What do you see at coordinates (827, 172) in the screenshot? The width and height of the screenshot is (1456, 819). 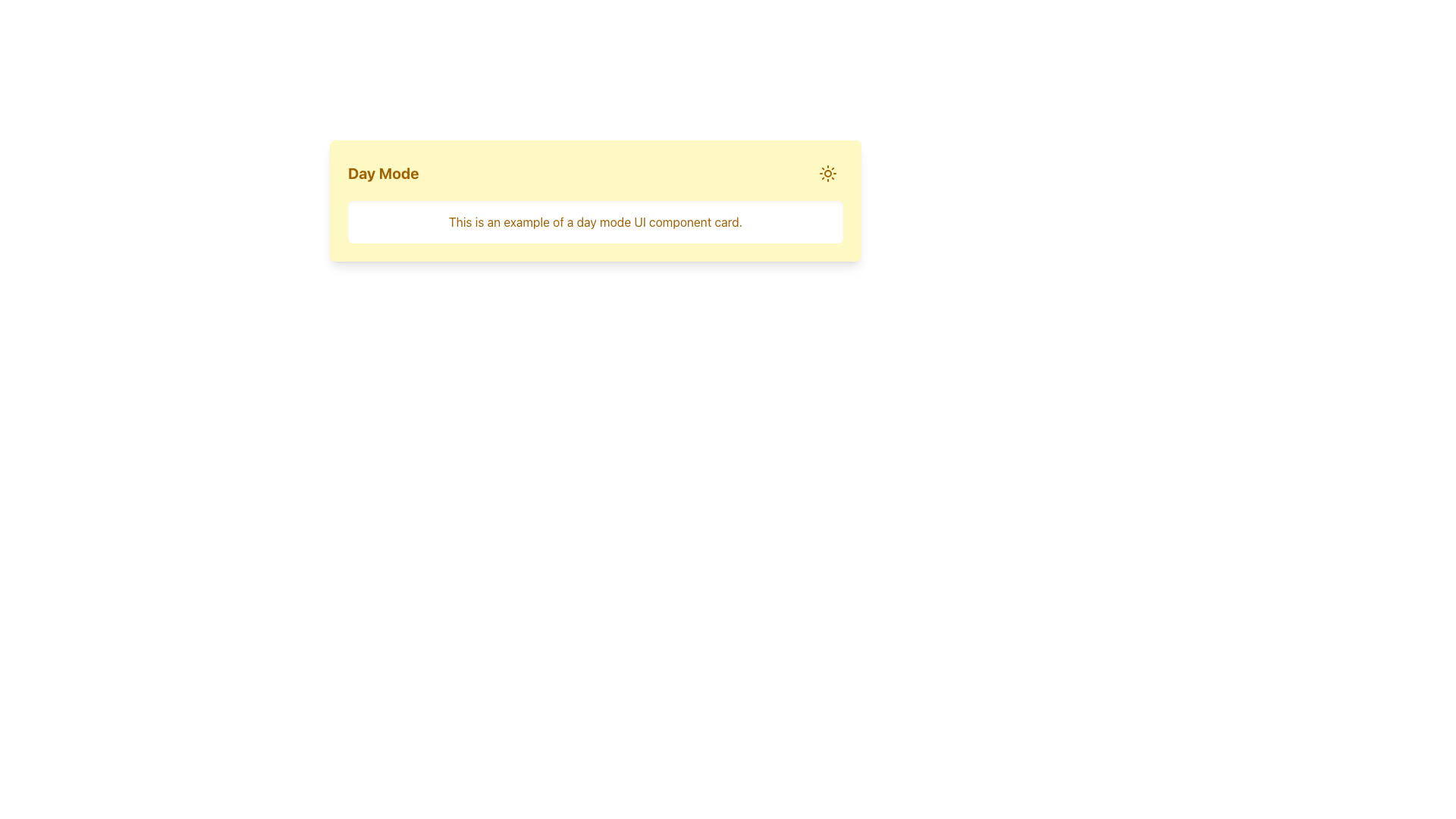 I see `the sun icon` at bounding box center [827, 172].